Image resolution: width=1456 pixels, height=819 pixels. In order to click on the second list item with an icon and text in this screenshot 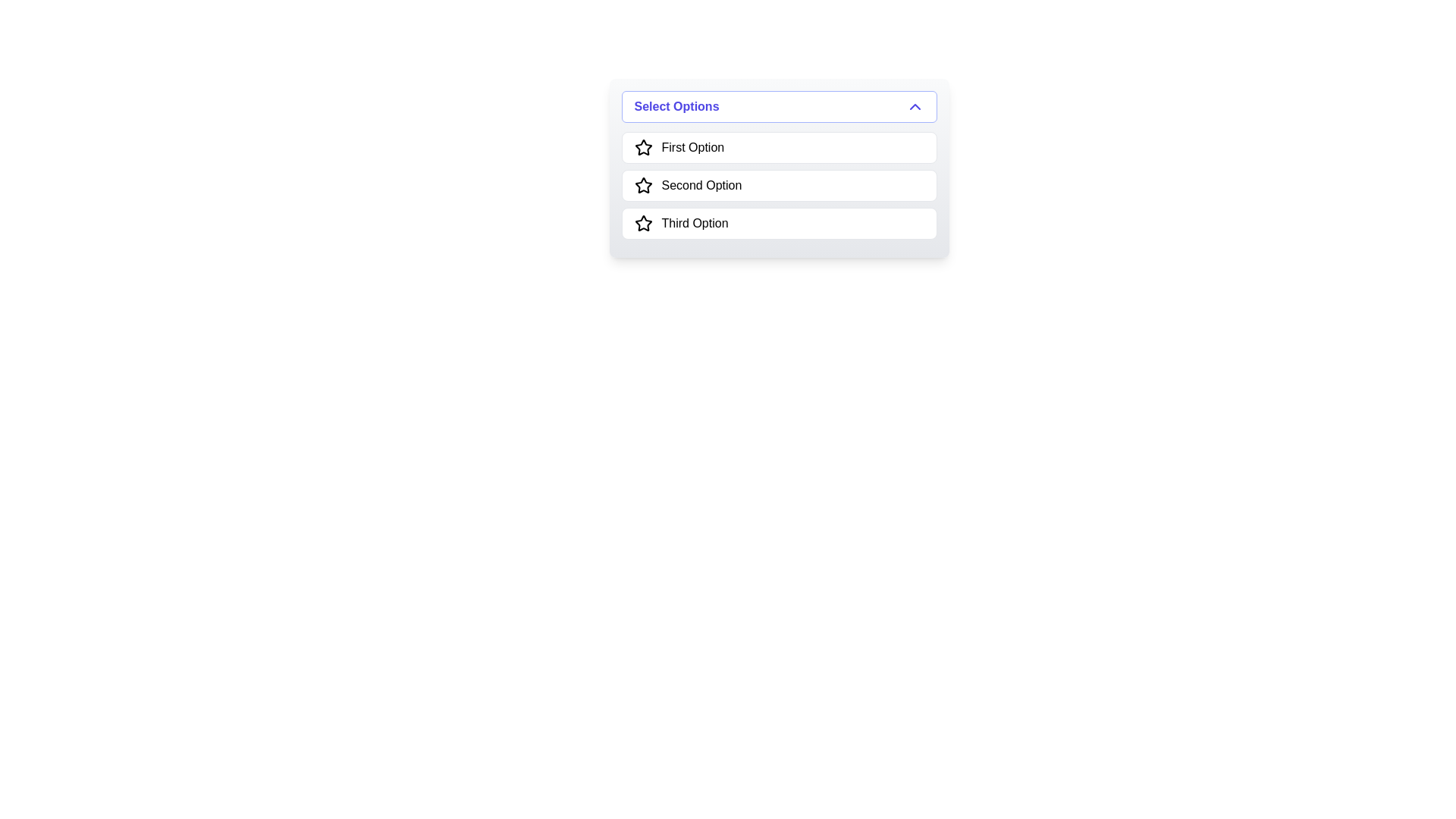, I will do `click(687, 185)`.